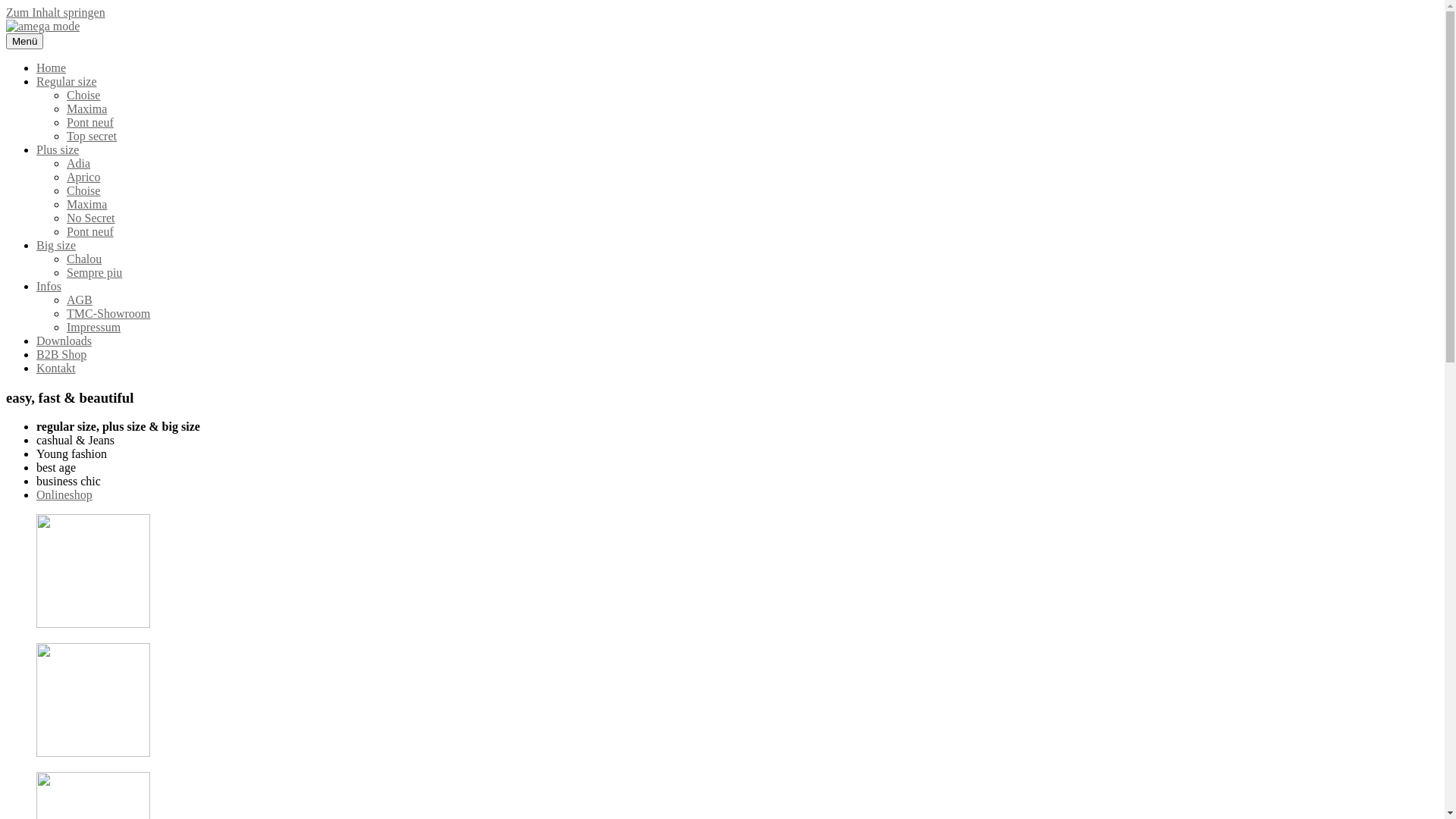 This screenshot has height=819, width=1456. I want to click on 'Pont neuf', so click(89, 231).